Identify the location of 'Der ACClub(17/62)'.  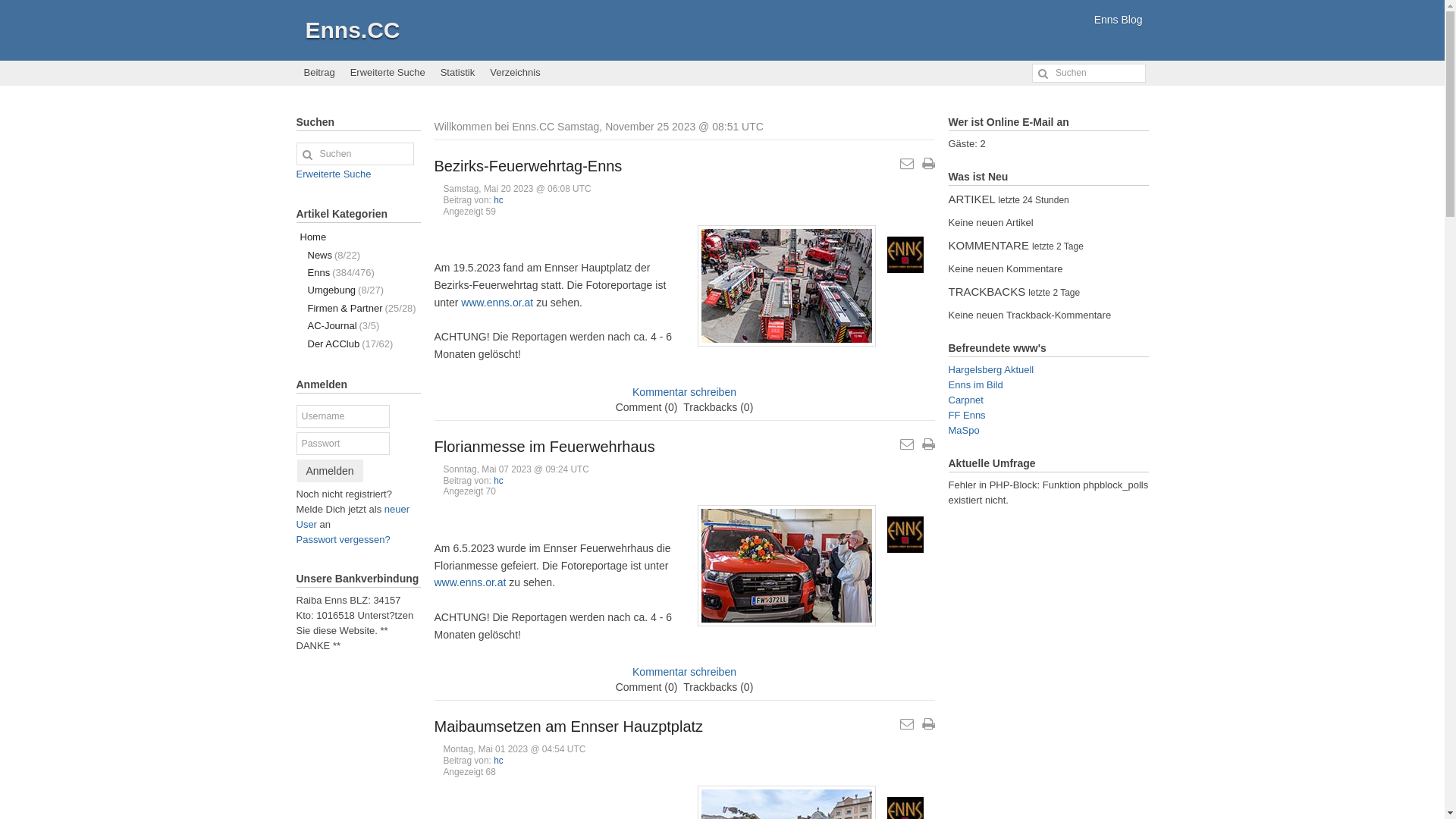
(356, 344).